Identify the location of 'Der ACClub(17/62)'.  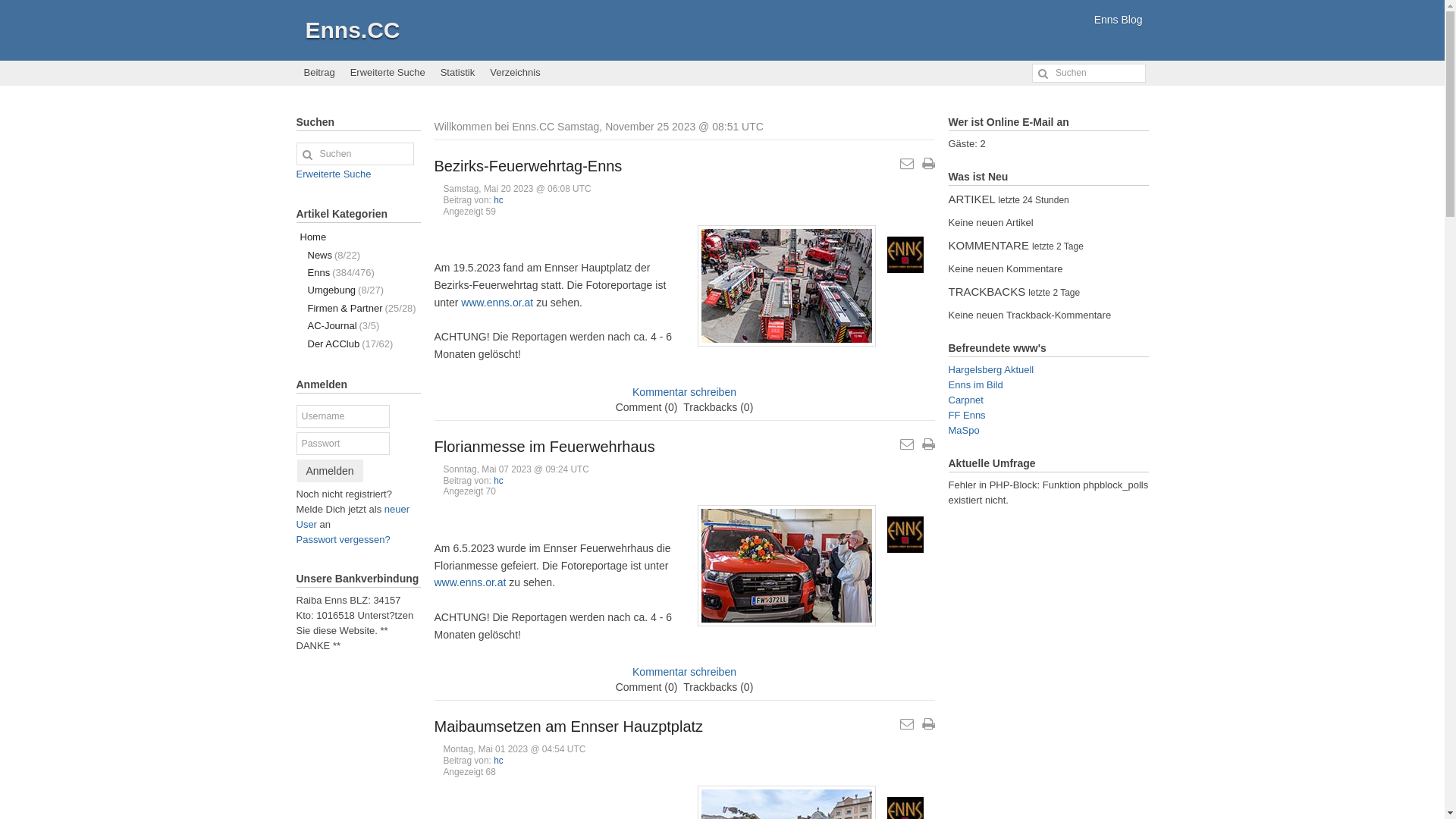
(356, 344).